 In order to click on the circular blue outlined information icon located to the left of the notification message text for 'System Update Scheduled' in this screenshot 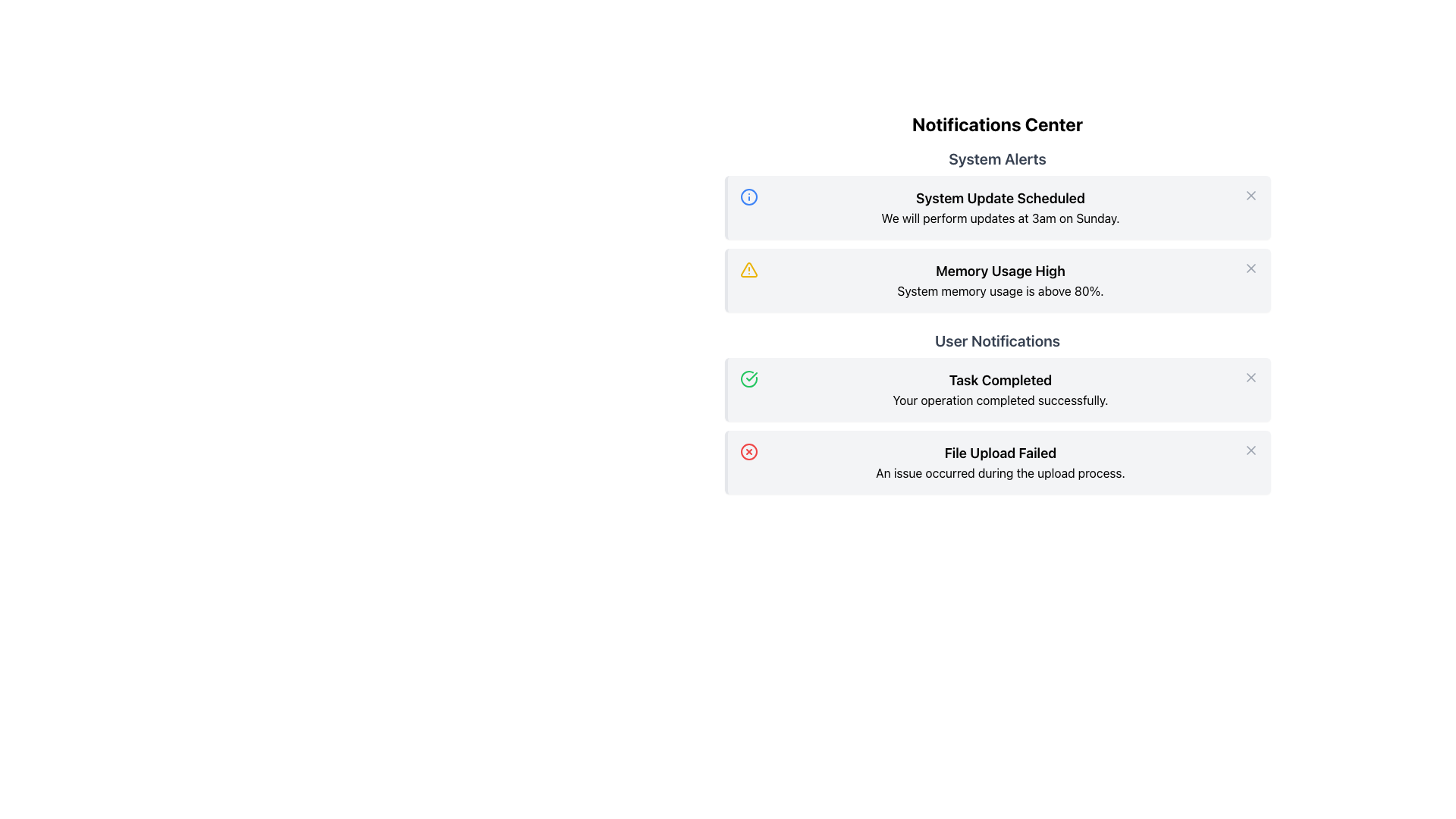, I will do `click(748, 196)`.